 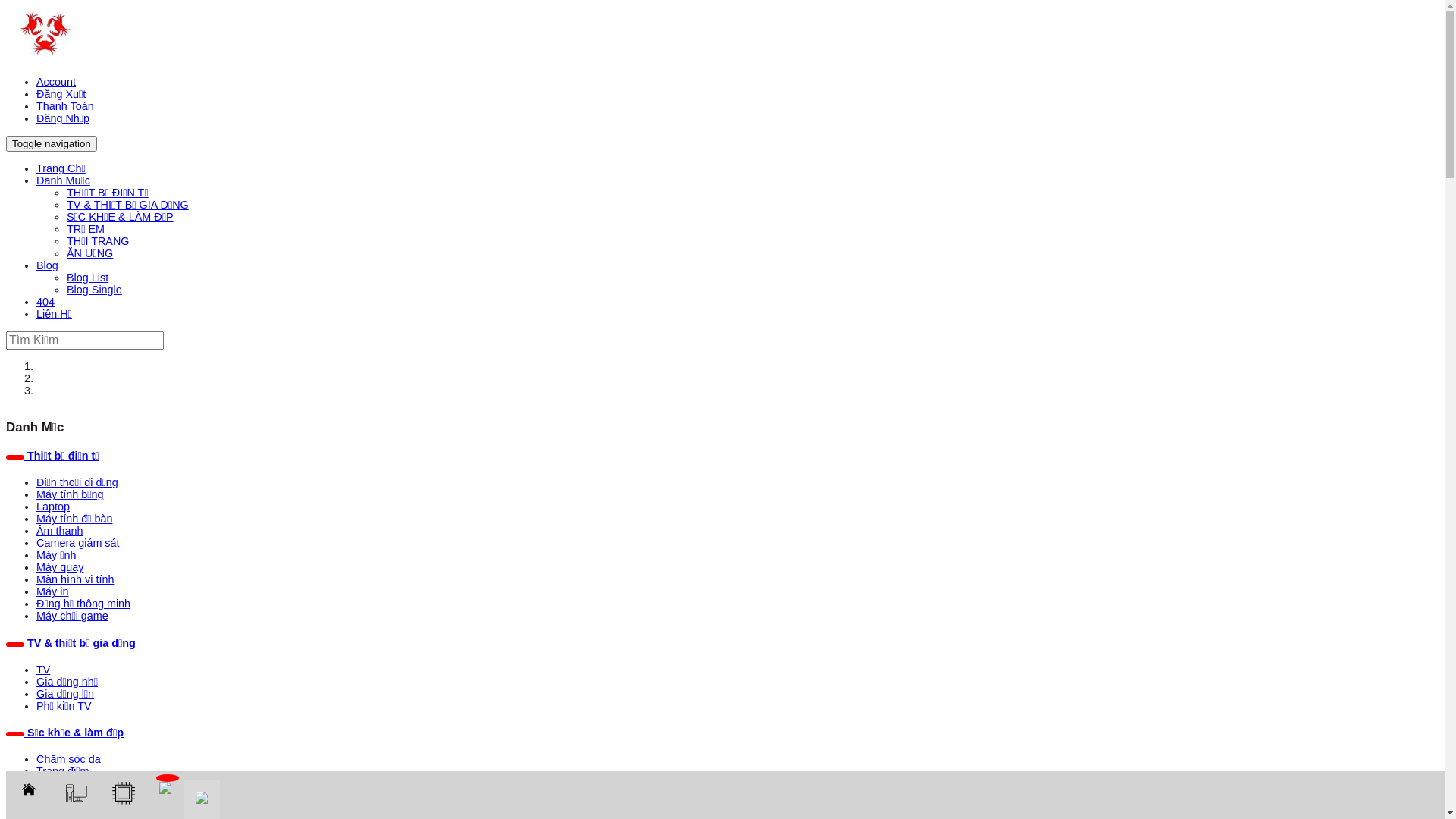 What do you see at coordinates (51, 143) in the screenshot?
I see `'Toggle navigation'` at bounding box center [51, 143].